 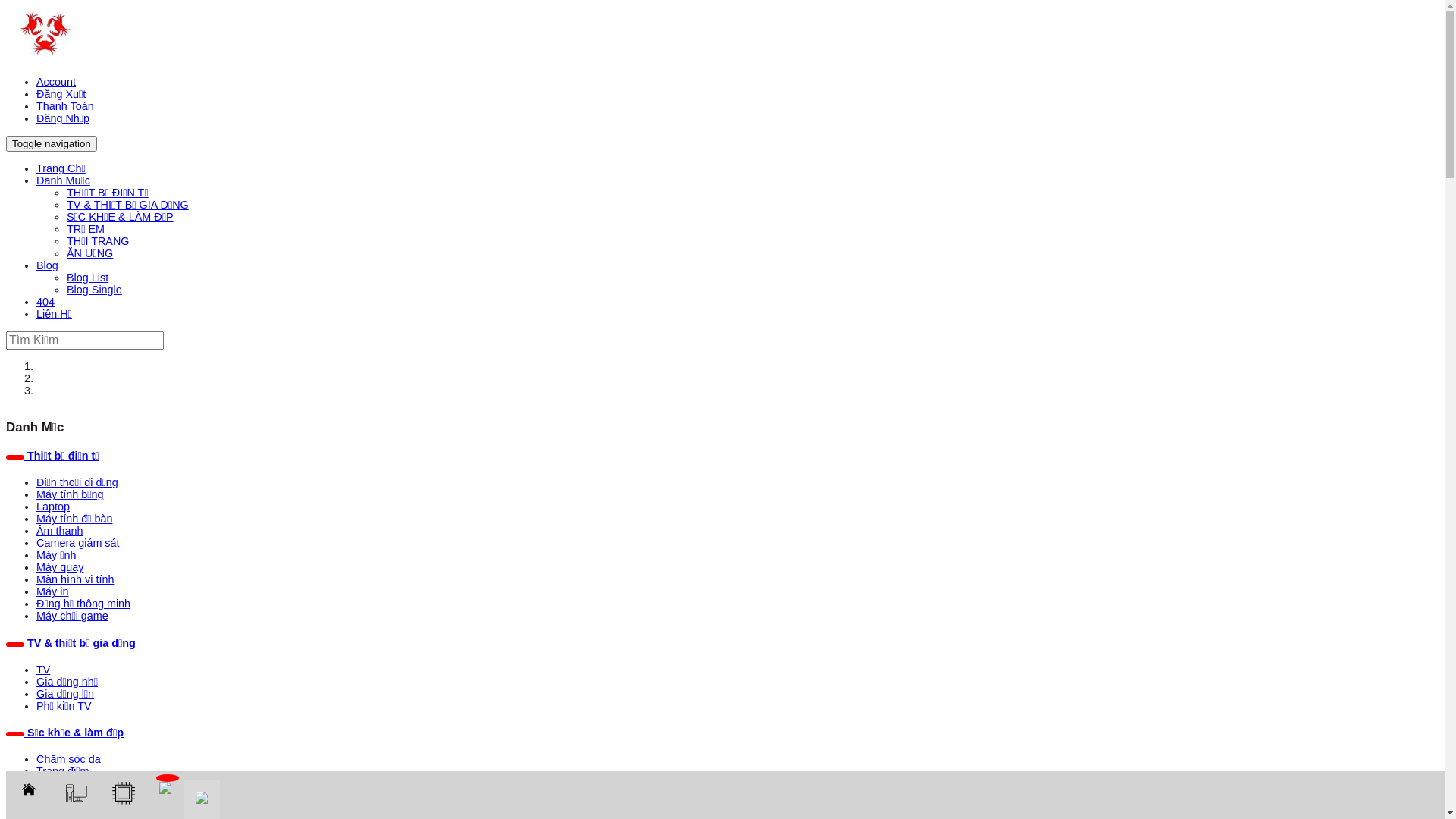 What do you see at coordinates (51, 143) in the screenshot?
I see `'Toggle navigation'` at bounding box center [51, 143].